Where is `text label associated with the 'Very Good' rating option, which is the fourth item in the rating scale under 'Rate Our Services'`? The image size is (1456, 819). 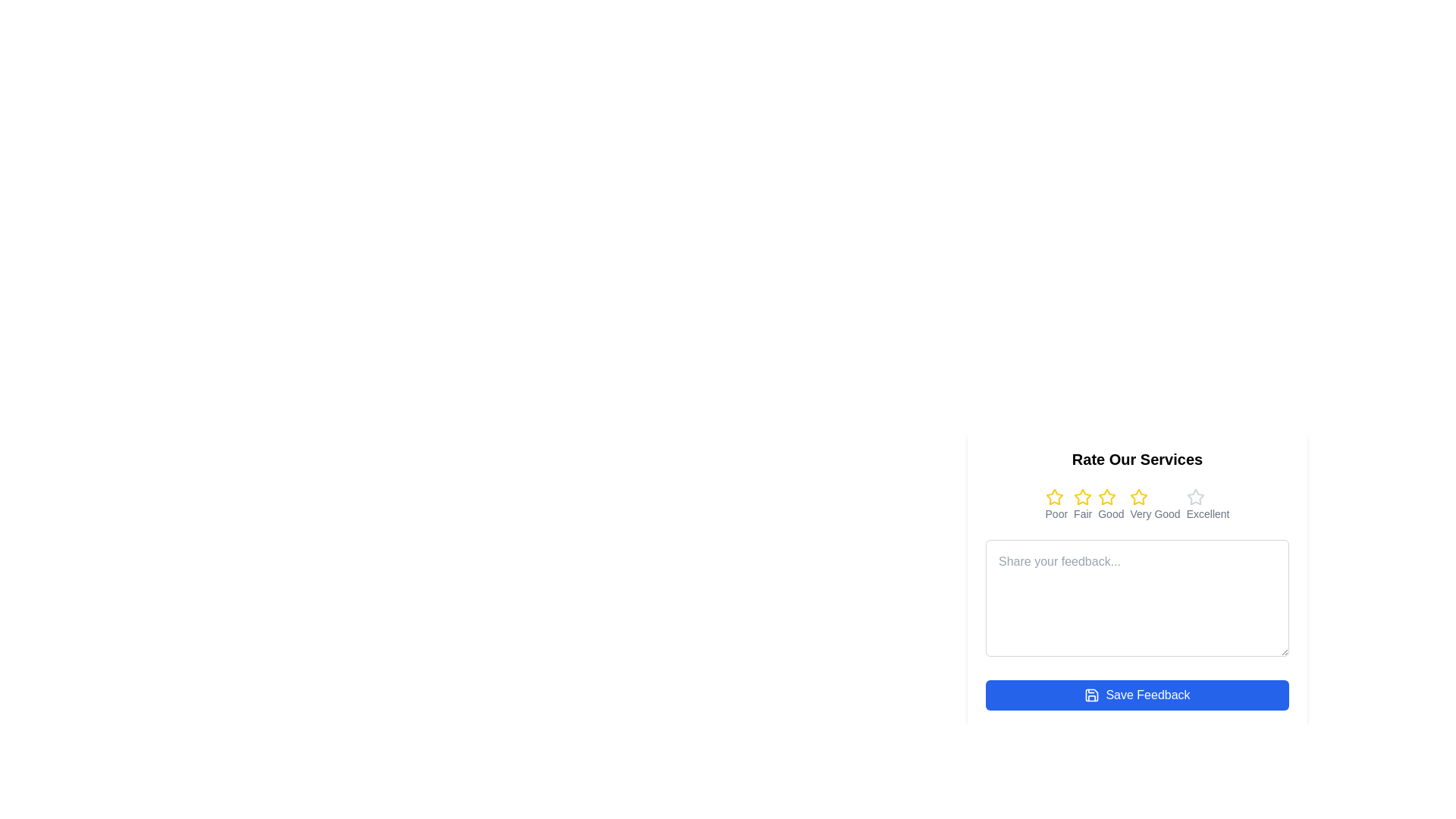
text label associated with the 'Very Good' rating option, which is the fourth item in the rating scale under 'Rate Our Services' is located at coordinates (1154, 505).